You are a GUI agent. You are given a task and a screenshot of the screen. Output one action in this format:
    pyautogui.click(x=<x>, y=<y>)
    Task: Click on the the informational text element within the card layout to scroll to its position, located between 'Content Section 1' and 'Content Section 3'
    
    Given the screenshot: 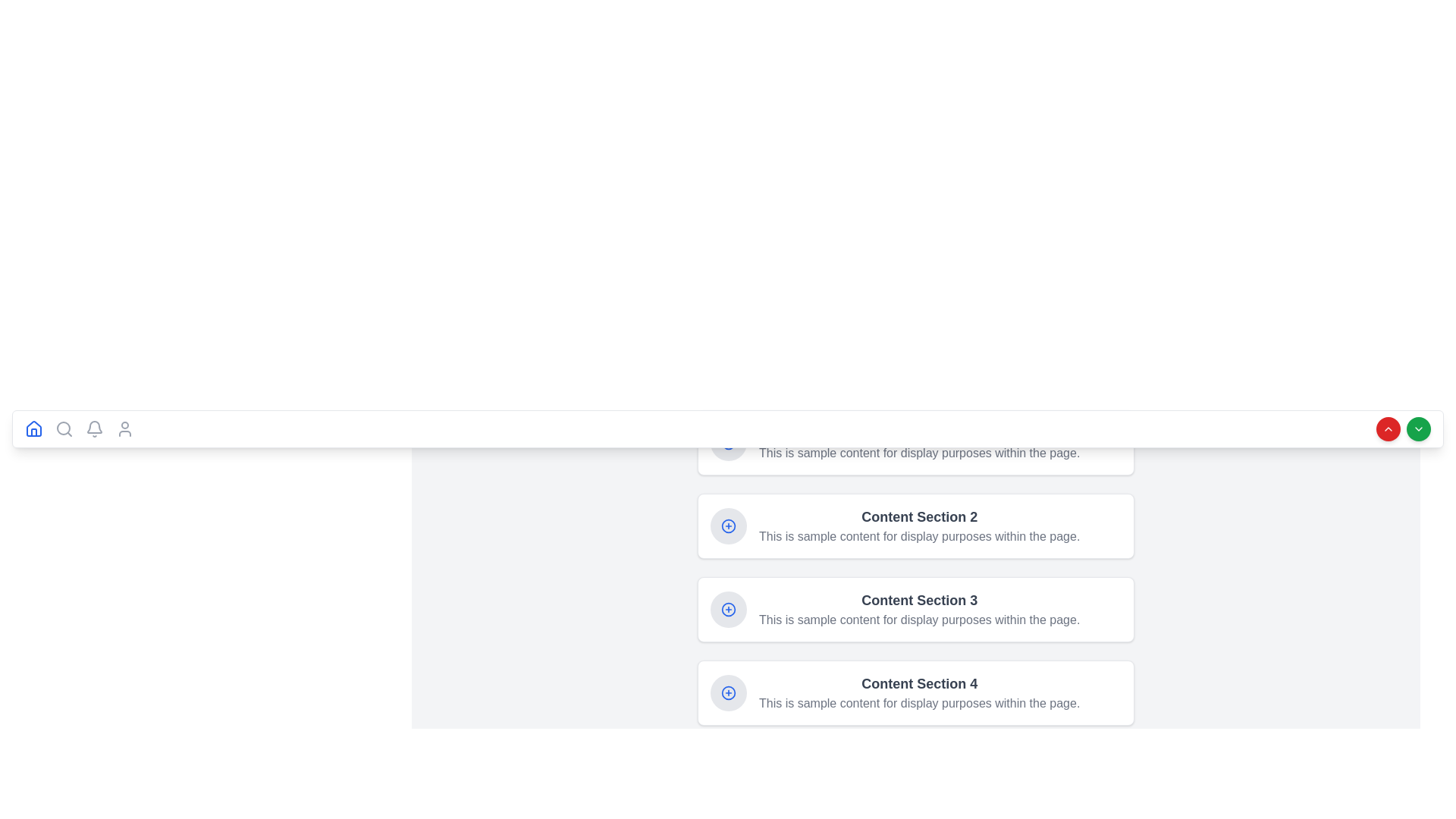 What is the action you would take?
    pyautogui.click(x=918, y=526)
    